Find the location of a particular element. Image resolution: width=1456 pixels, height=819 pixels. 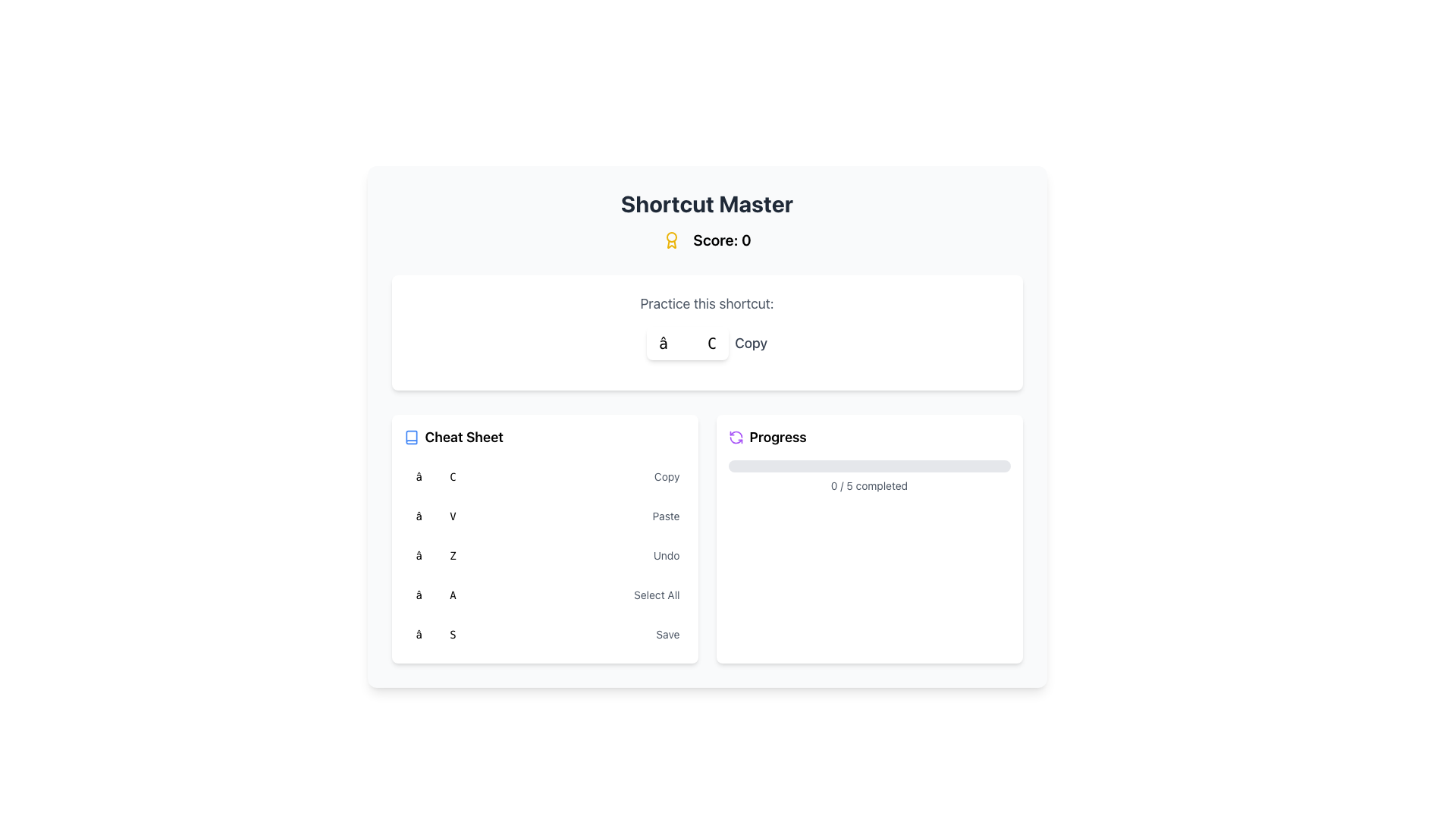

the horizontal progress bar with a light gray background and gradient filling, located in the 'Progress' card, just above the text '0 / 5 completed' is located at coordinates (869, 465).